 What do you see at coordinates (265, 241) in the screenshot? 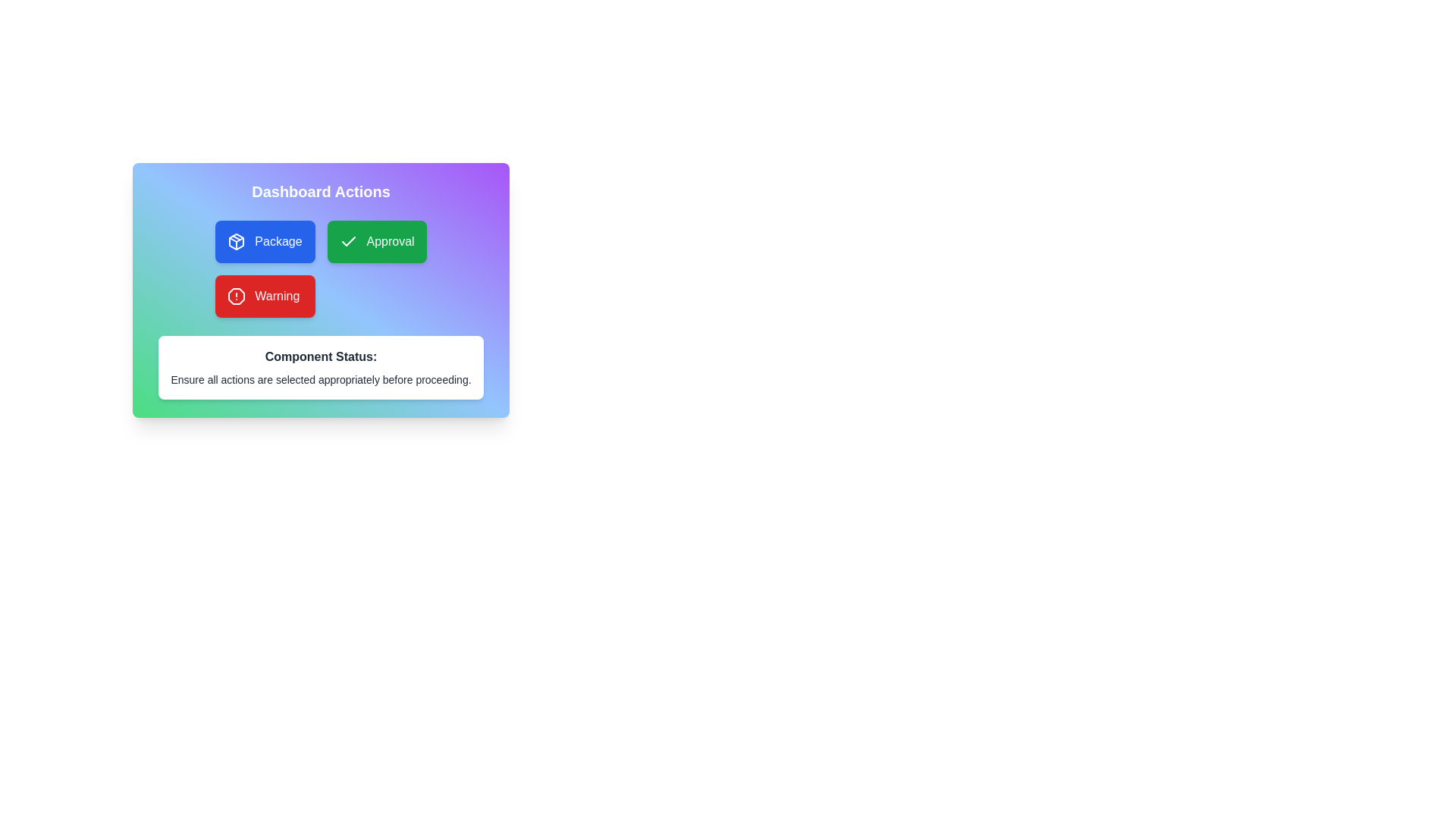
I see `the blue 'Package' button with rounded corners and white text` at bounding box center [265, 241].